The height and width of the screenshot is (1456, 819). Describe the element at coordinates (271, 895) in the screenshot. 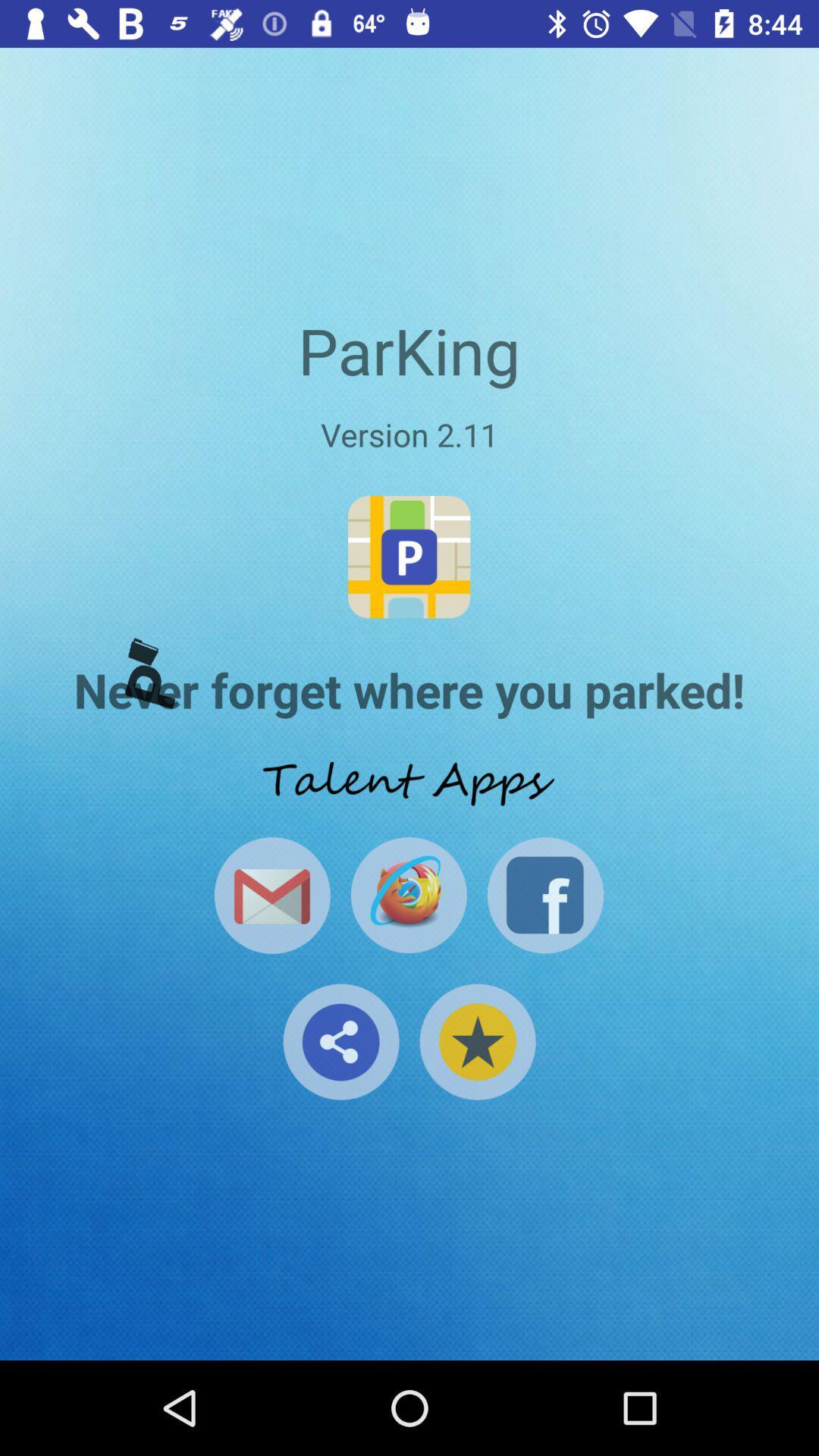

I see `gmail` at that location.